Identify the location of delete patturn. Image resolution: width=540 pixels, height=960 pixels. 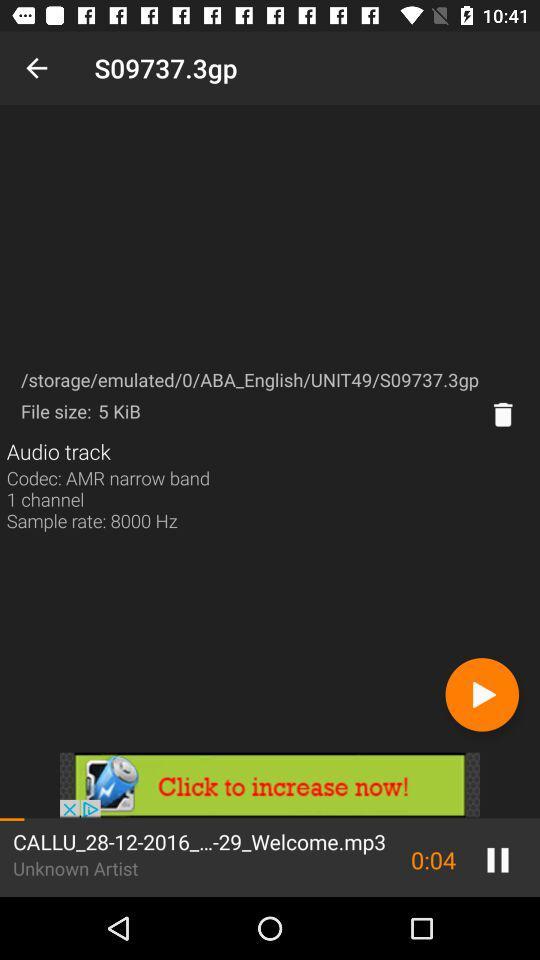
(502, 413).